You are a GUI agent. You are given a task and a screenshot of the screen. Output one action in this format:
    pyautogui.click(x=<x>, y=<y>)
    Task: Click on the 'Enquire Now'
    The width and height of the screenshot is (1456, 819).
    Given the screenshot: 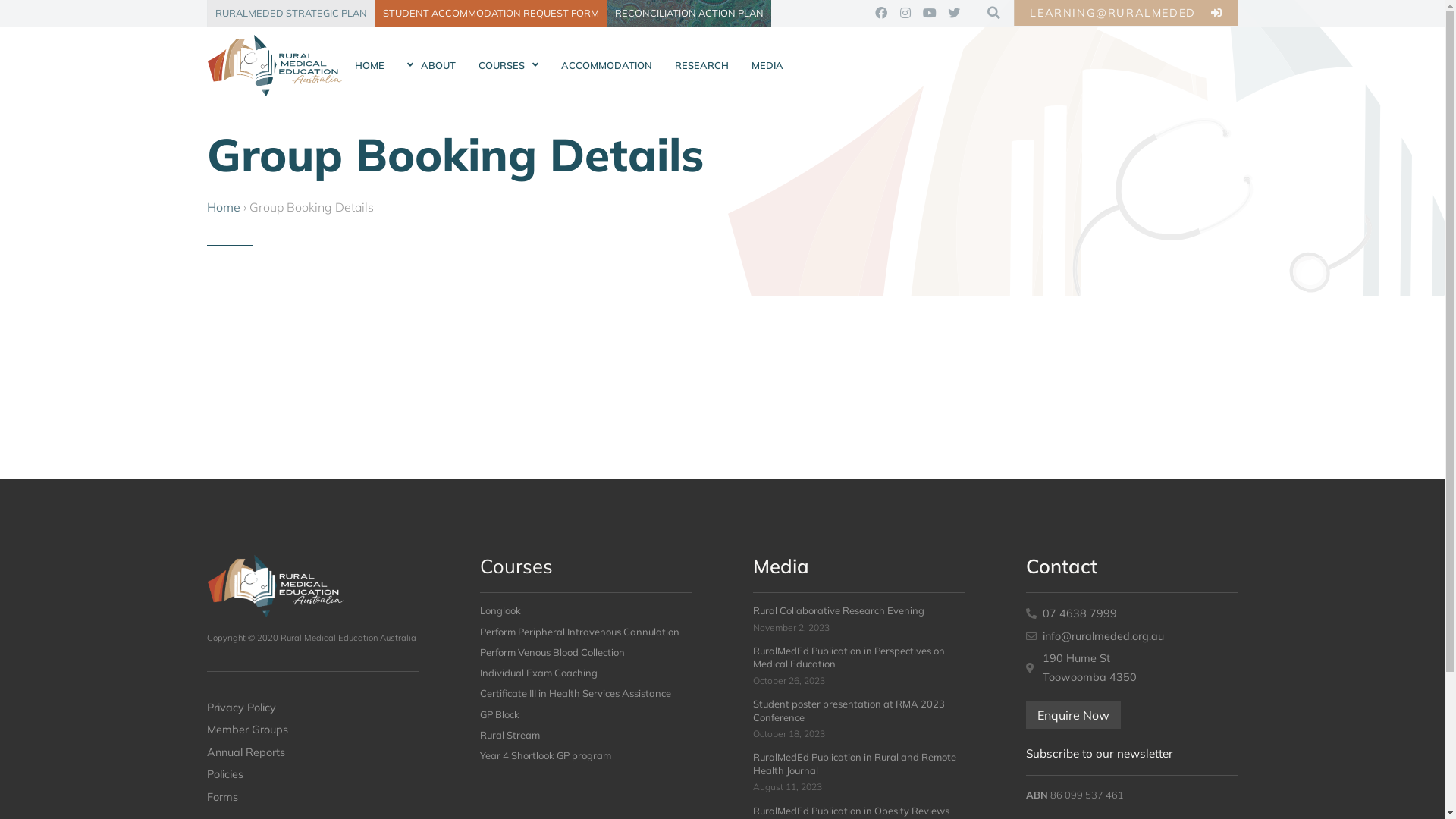 What is the action you would take?
    pyautogui.click(x=1072, y=714)
    